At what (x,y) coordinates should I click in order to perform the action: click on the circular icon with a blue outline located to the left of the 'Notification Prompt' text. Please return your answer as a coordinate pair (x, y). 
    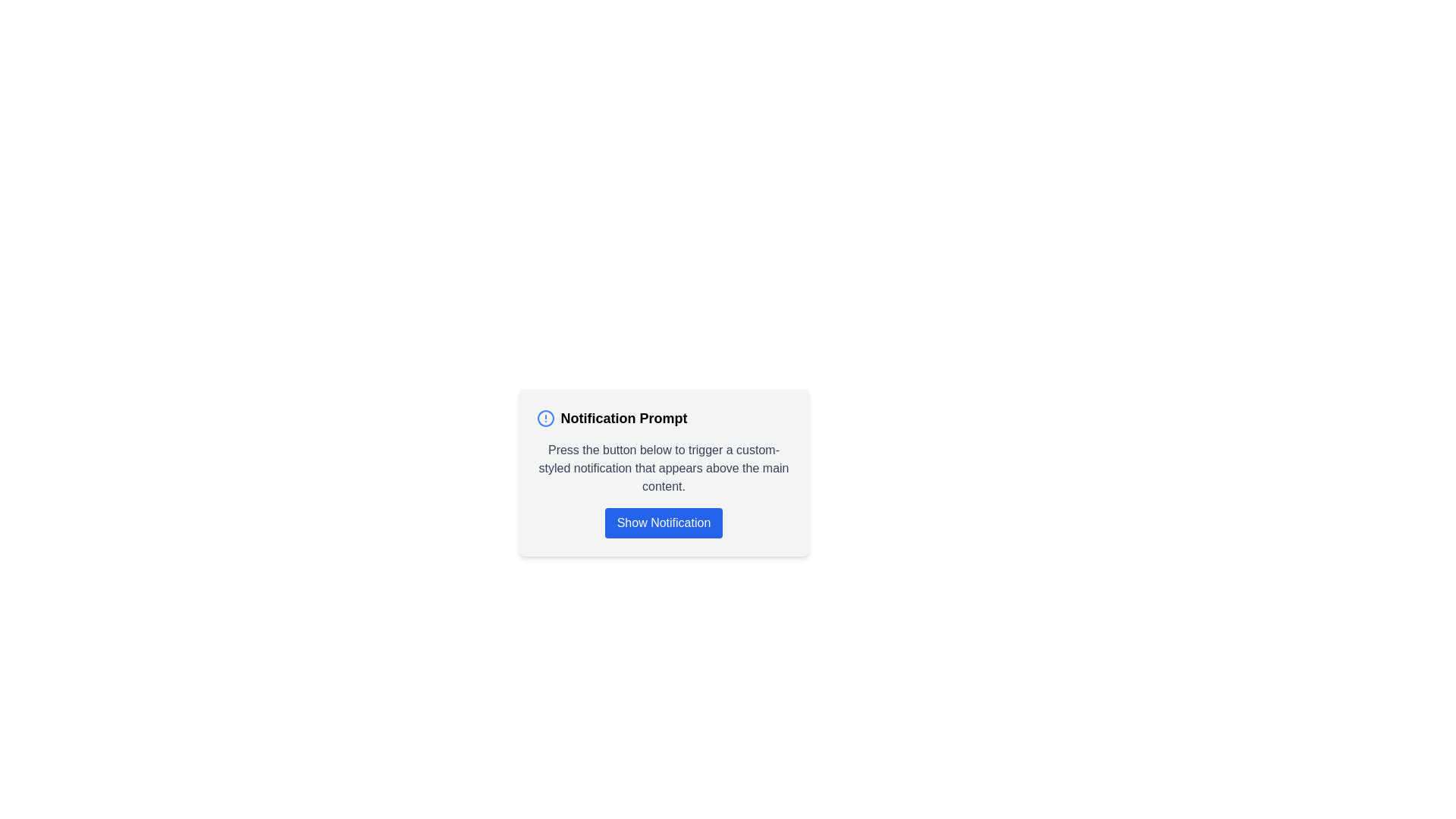
    Looking at the image, I should click on (545, 418).